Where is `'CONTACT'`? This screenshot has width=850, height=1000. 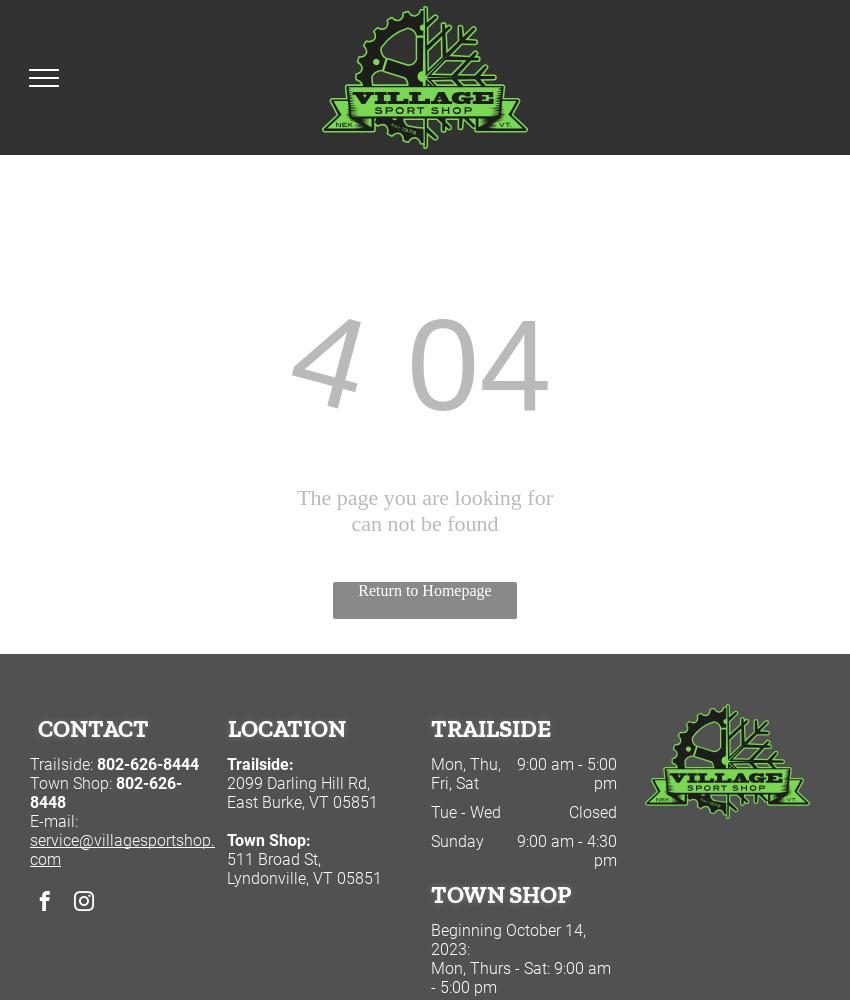
'CONTACT' is located at coordinates (92, 727).